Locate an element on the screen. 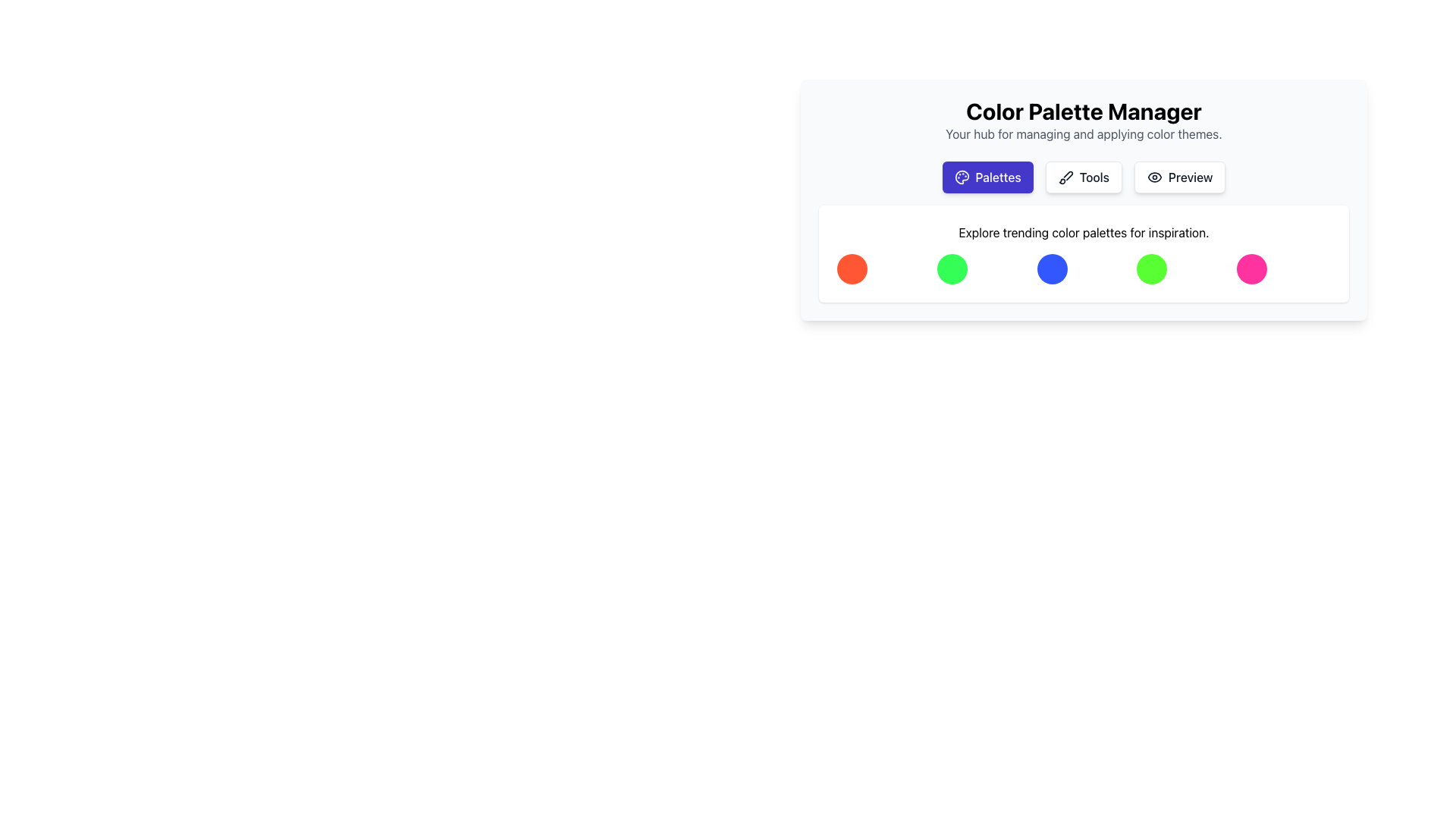  the 'Palettes' button, which is styled with a purple background and white text, located below the 'Color Palette Manager' heading and to the left of the 'Tools' button is located at coordinates (987, 177).